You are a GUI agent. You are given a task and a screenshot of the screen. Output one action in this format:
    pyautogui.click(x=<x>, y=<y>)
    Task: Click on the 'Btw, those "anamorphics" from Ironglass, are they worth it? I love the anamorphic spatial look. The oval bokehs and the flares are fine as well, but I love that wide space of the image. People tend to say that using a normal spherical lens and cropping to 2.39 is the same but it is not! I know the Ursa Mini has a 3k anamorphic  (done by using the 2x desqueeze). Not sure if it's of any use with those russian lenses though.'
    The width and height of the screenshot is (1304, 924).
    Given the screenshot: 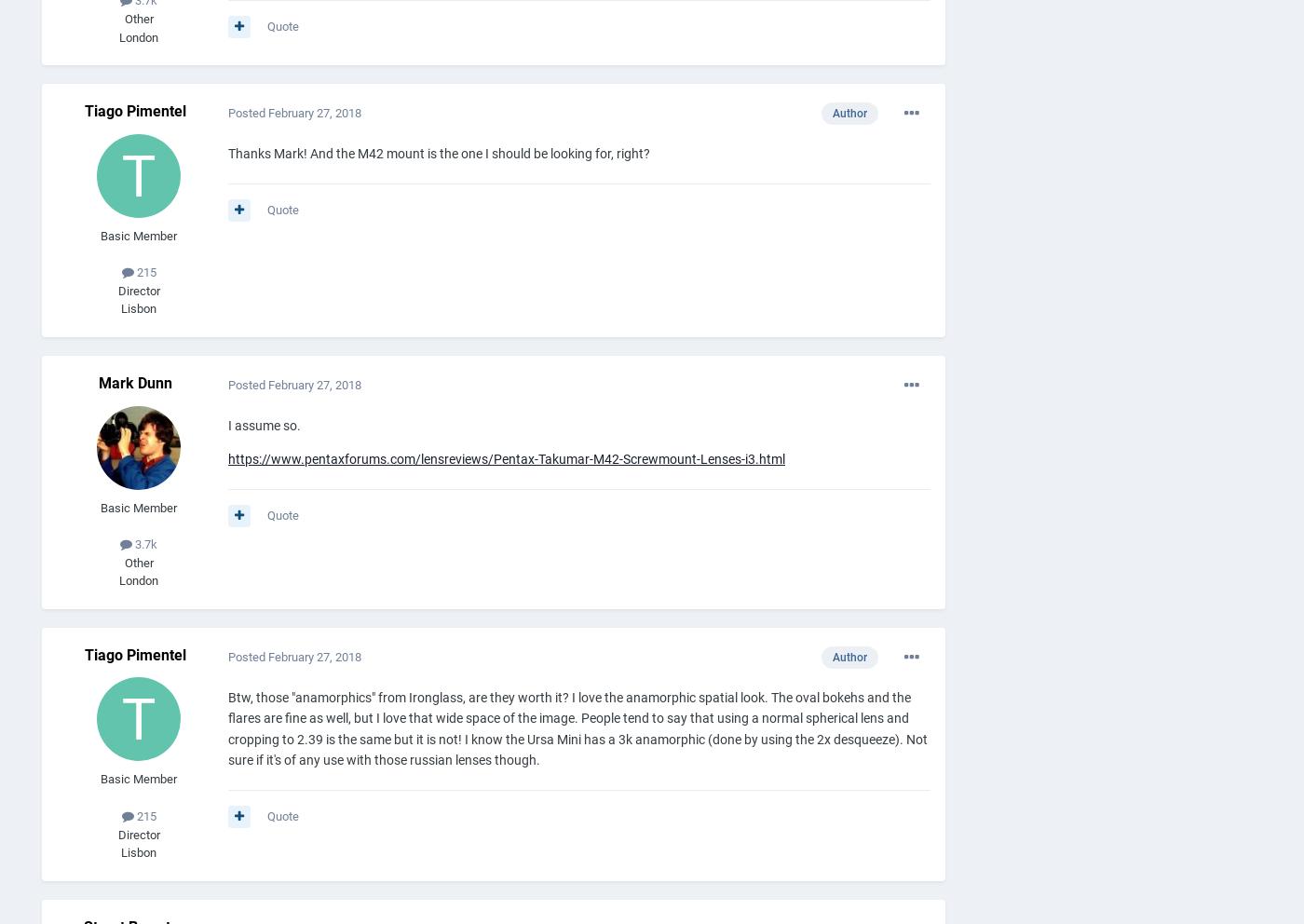 What is the action you would take?
    pyautogui.click(x=577, y=727)
    